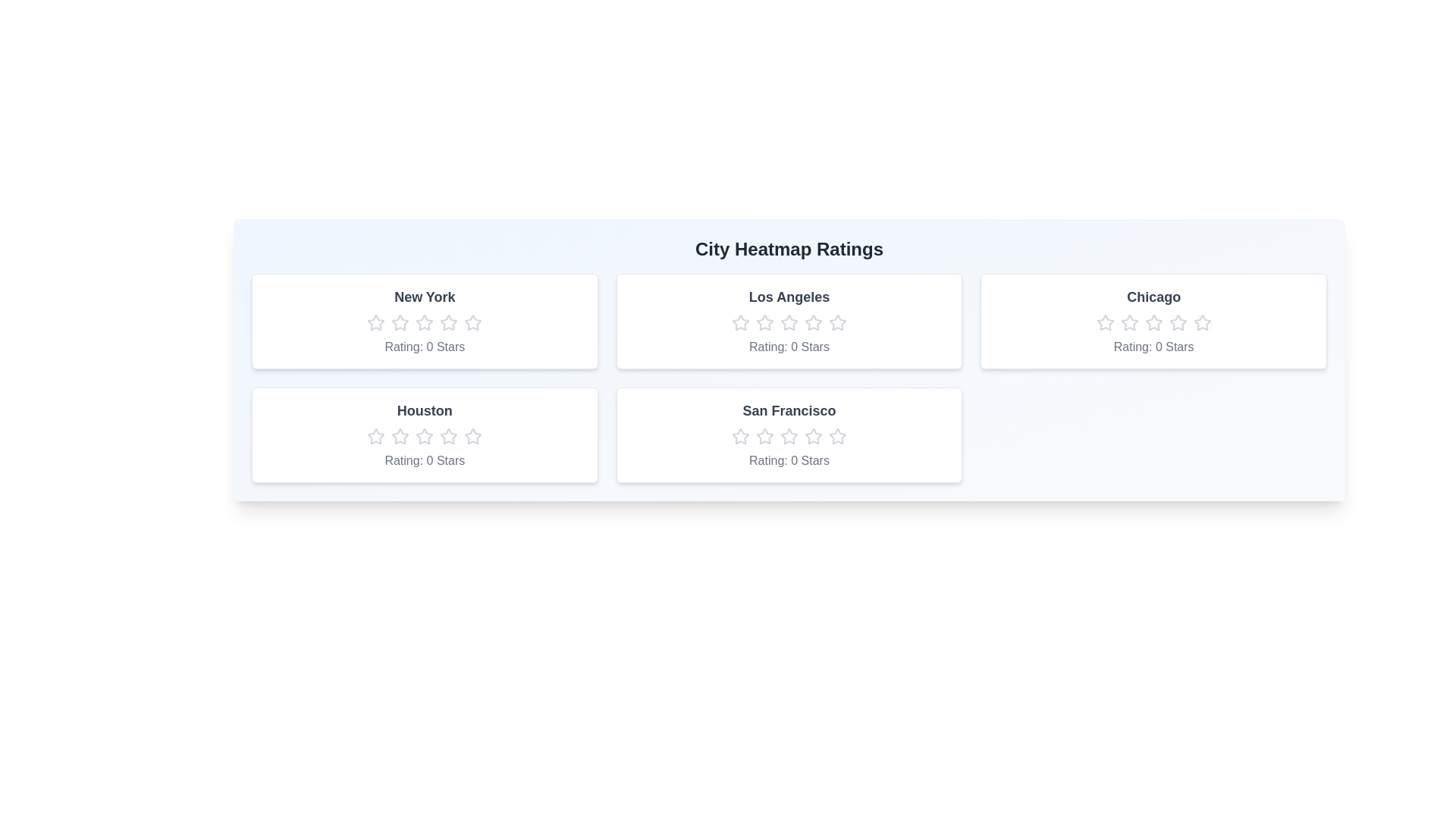  Describe the element at coordinates (1201, 322) in the screenshot. I see `the Chicago rating star number 5` at that location.